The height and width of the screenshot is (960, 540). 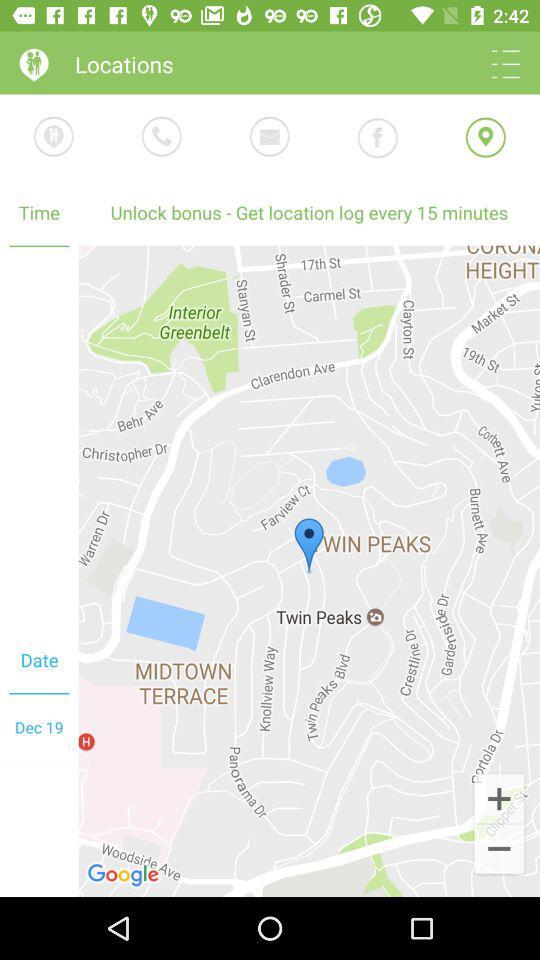 What do you see at coordinates (309, 571) in the screenshot?
I see `the item below time app` at bounding box center [309, 571].